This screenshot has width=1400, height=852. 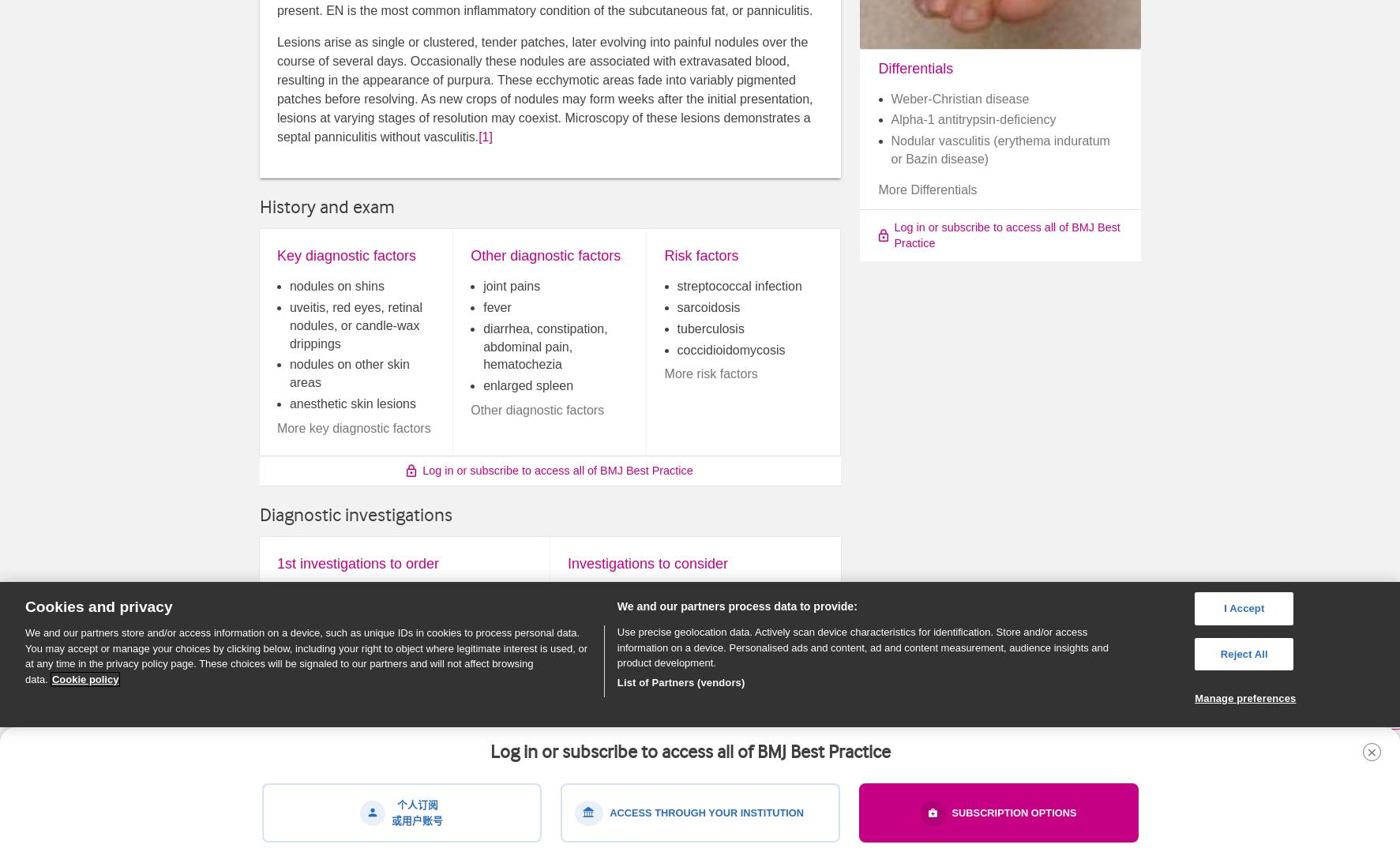 What do you see at coordinates (344, 254) in the screenshot?
I see `'Key diagnostic factors'` at bounding box center [344, 254].